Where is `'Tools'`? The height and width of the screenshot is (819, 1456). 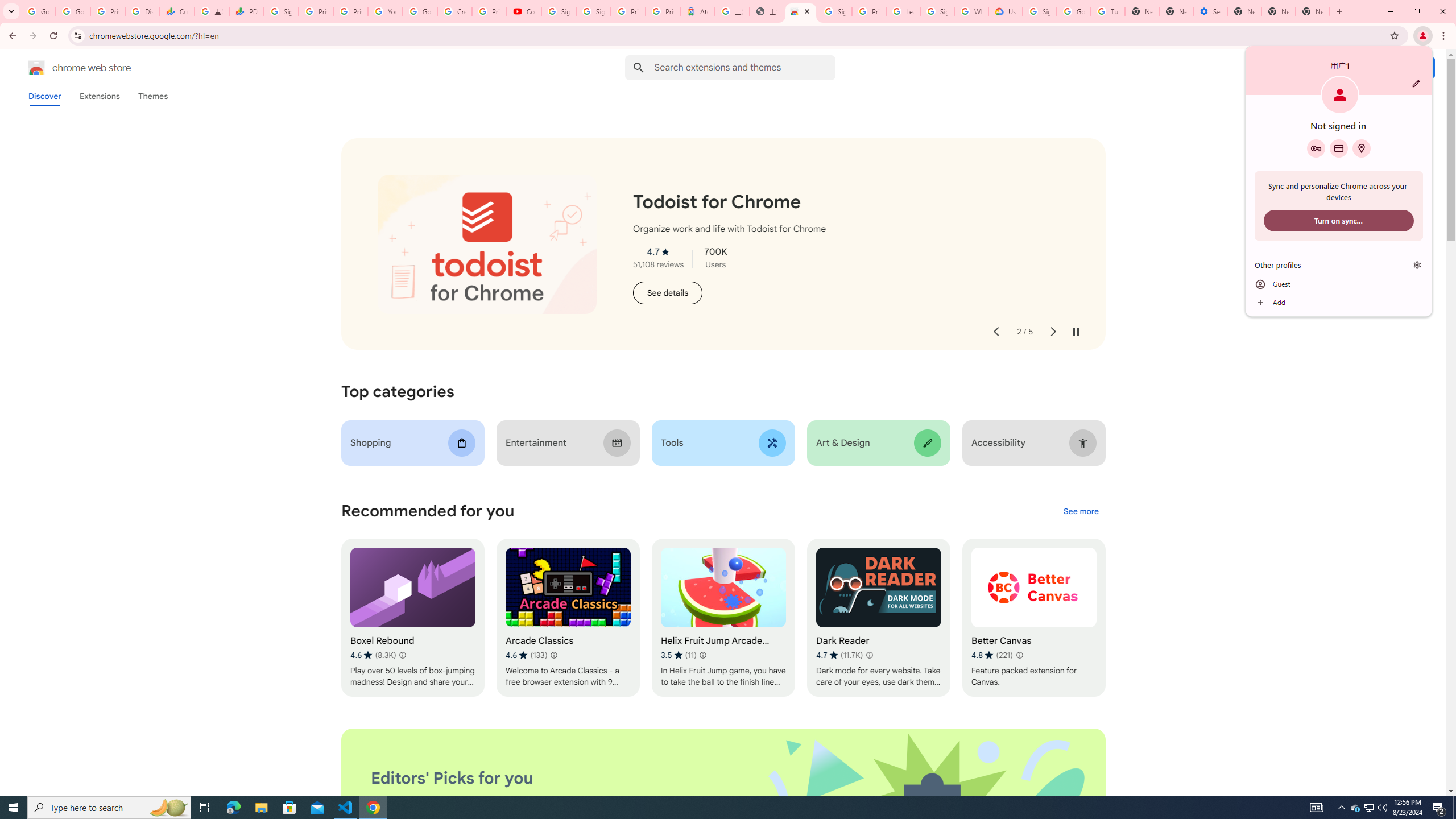
'Tools' is located at coordinates (723, 442).